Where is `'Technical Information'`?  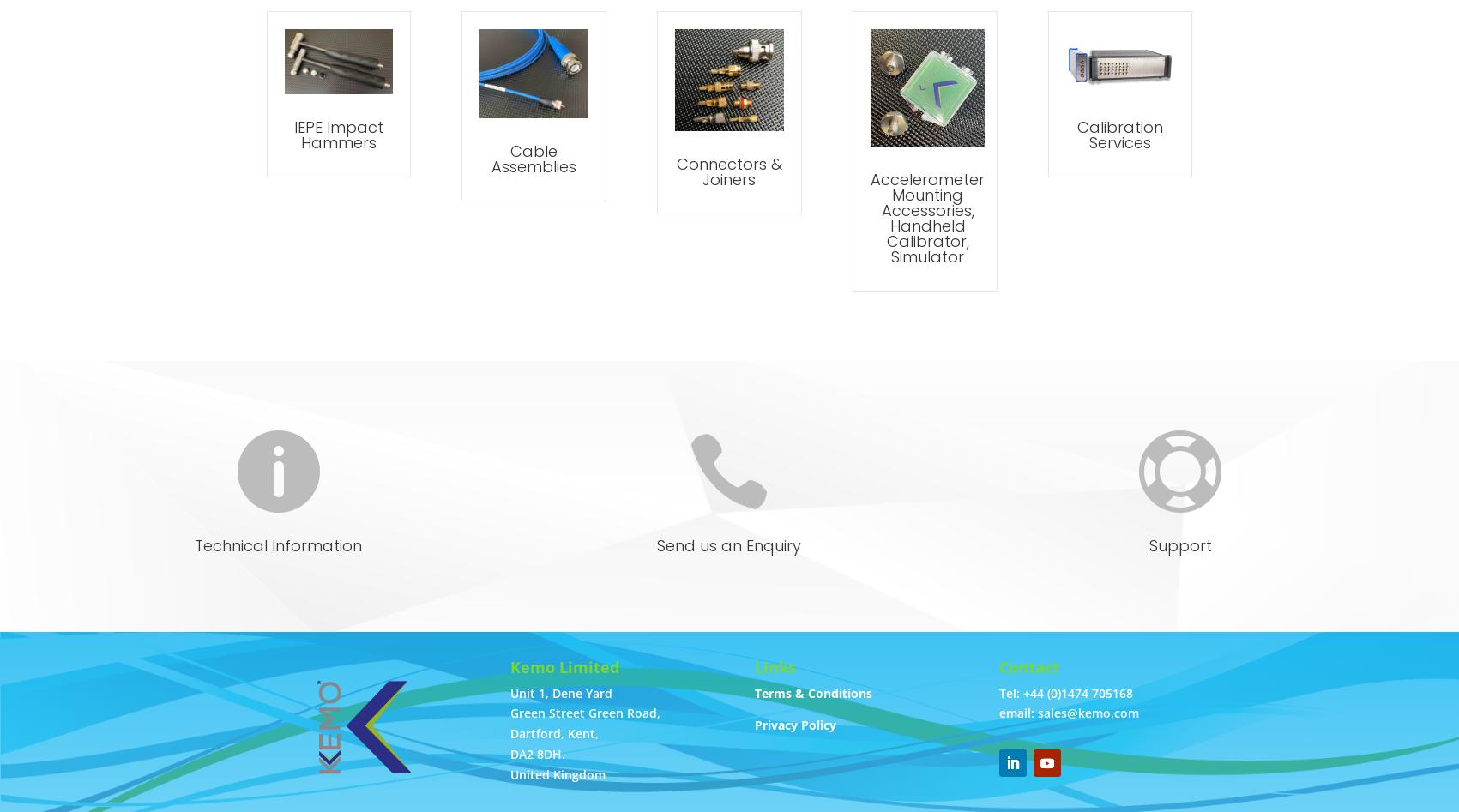
'Technical Information' is located at coordinates (194, 544).